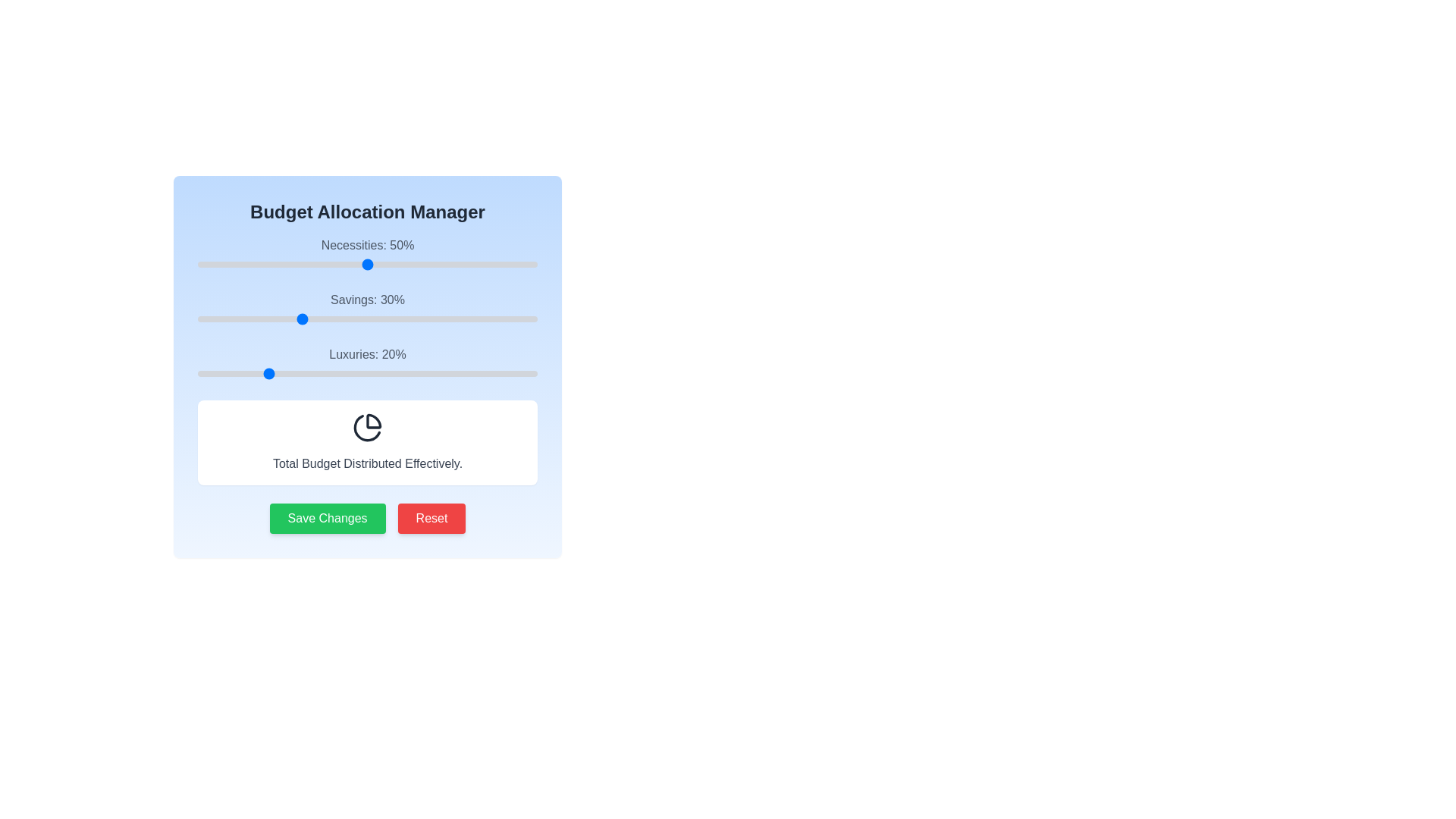 Image resolution: width=1456 pixels, height=819 pixels. Describe the element at coordinates (493, 263) in the screenshot. I see `the 'necessities' slider` at that location.